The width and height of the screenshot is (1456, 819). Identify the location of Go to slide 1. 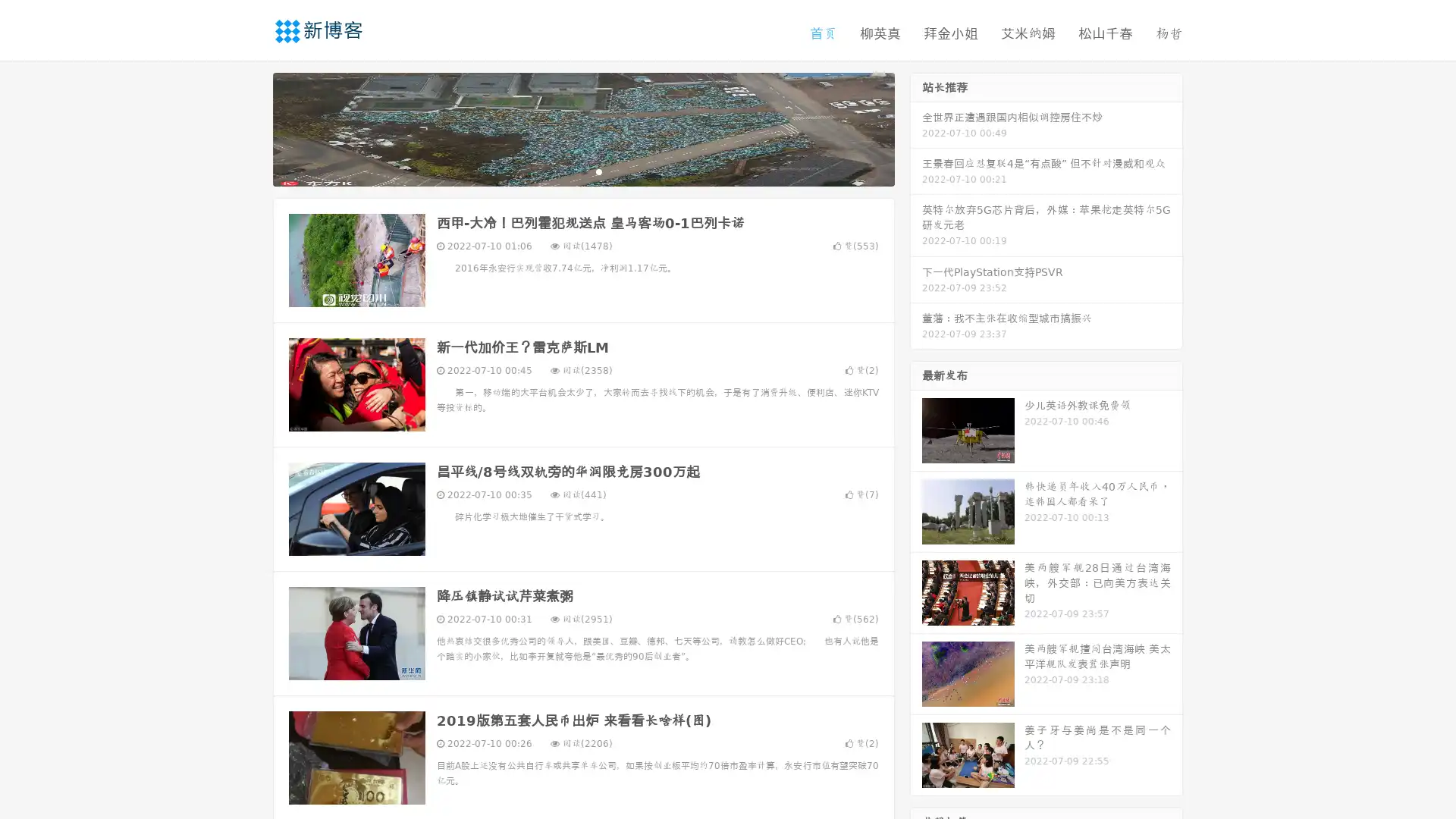
(567, 171).